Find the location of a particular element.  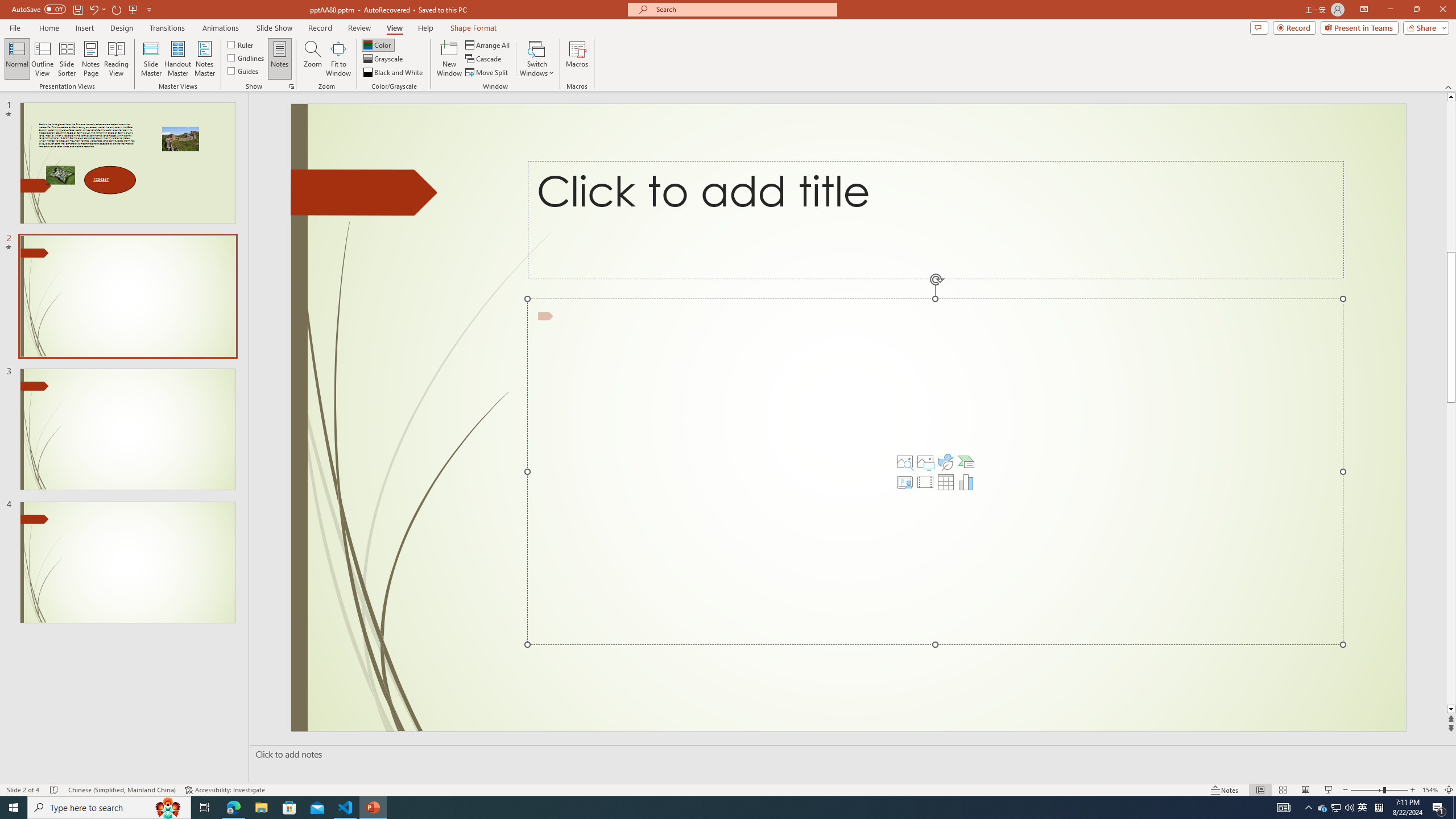

'Handout Master' is located at coordinates (177, 59).